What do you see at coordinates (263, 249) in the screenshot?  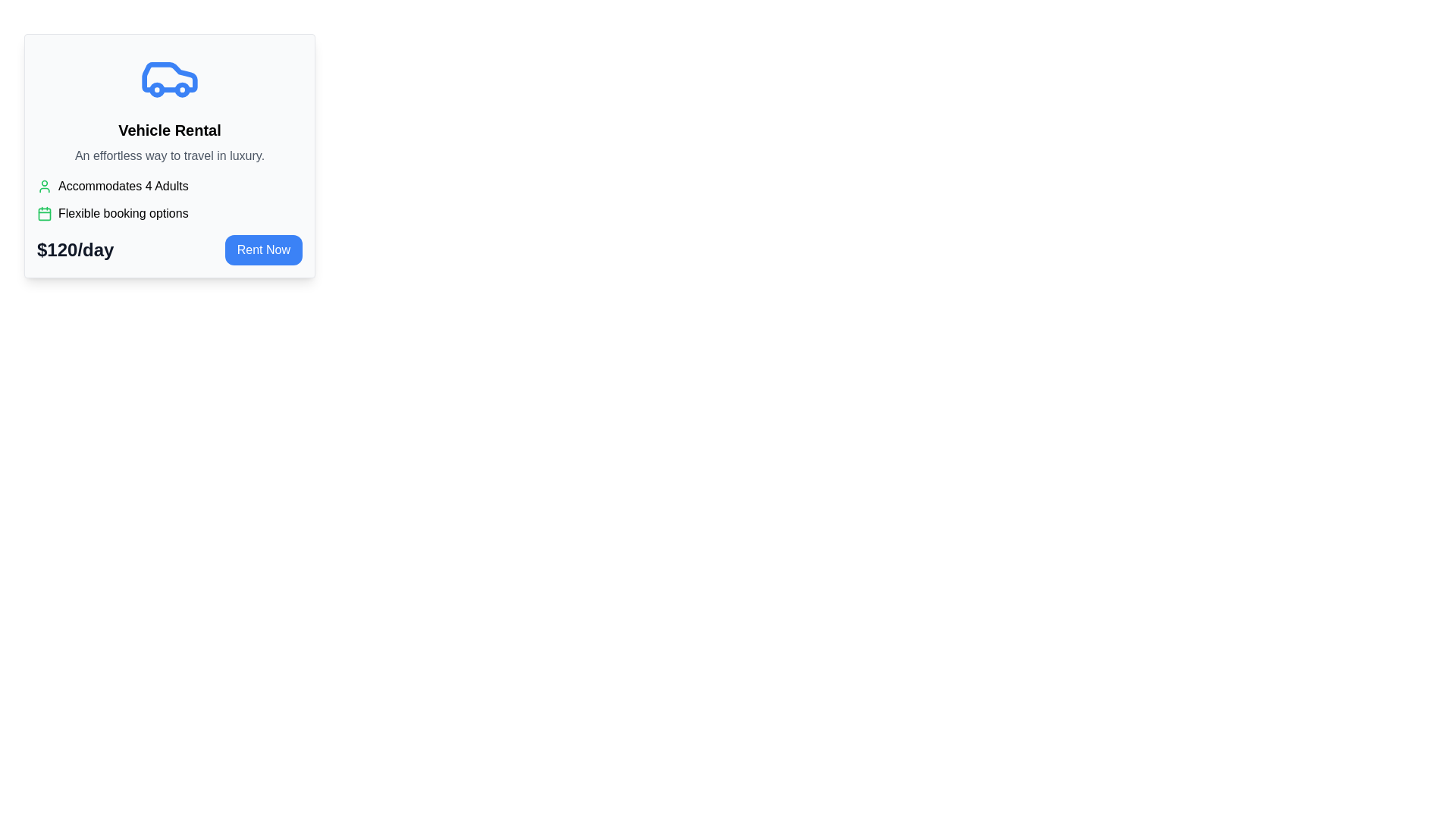 I see `the button that initiates the vehicle rental process` at bounding box center [263, 249].